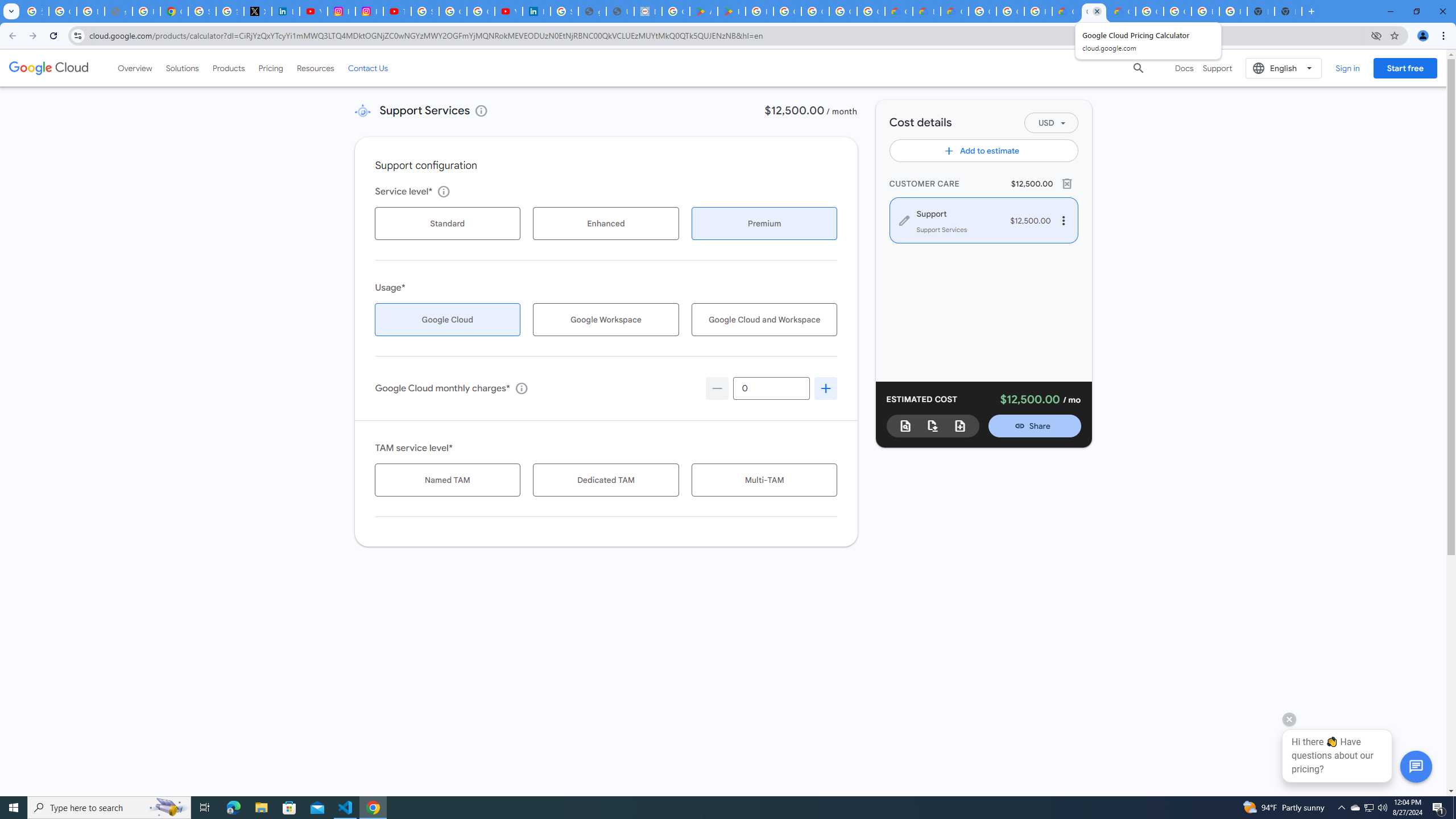 This screenshot has height=819, width=1456. I want to click on 'Download estimate as .csv', so click(932, 425).